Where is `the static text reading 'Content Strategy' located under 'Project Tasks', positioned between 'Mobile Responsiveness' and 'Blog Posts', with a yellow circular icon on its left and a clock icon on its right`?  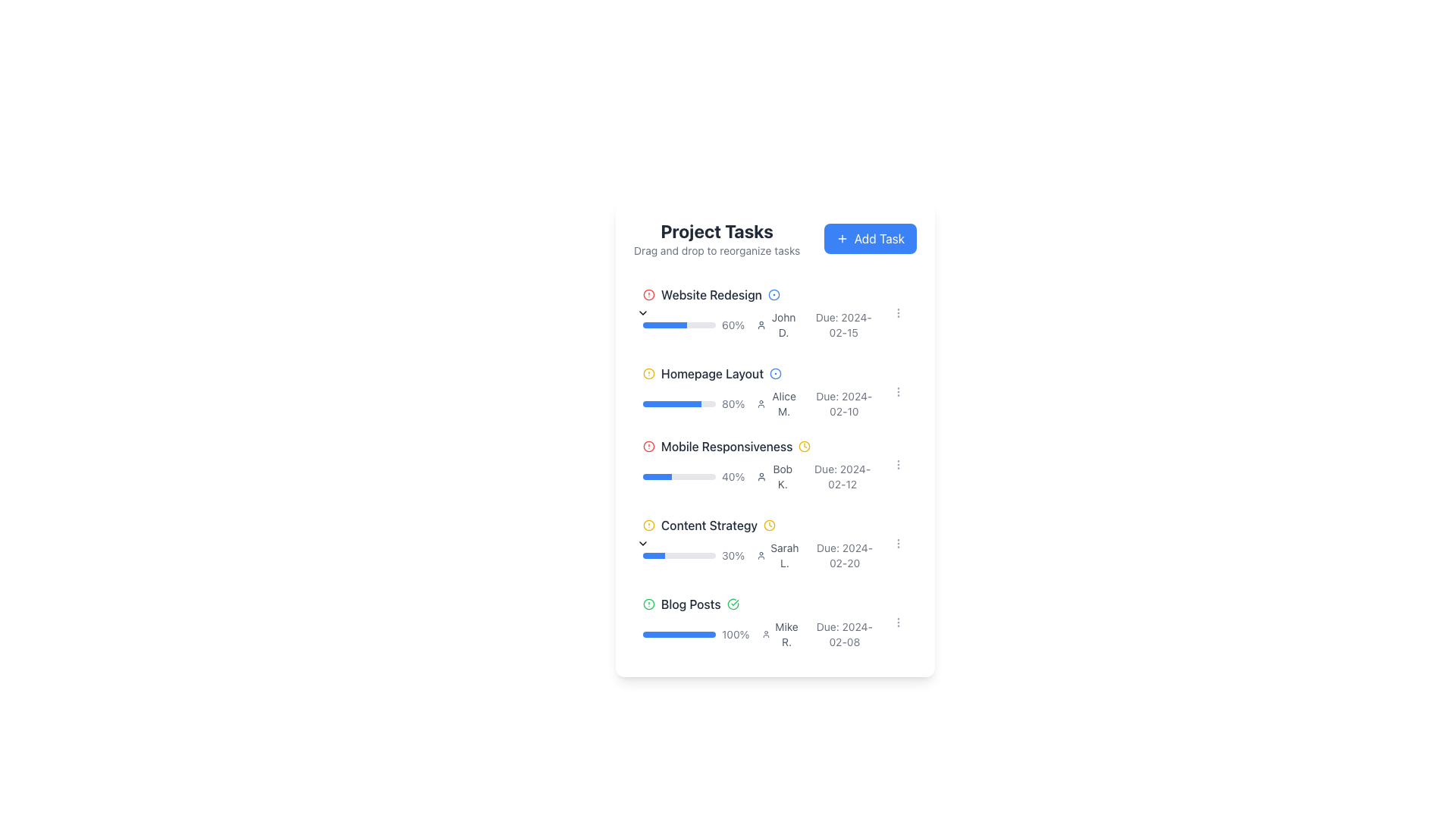 the static text reading 'Content Strategy' located under 'Project Tasks', positioned between 'Mobile Responsiveness' and 'Blog Posts', with a yellow circular icon on its left and a clock icon on its right is located at coordinates (708, 525).